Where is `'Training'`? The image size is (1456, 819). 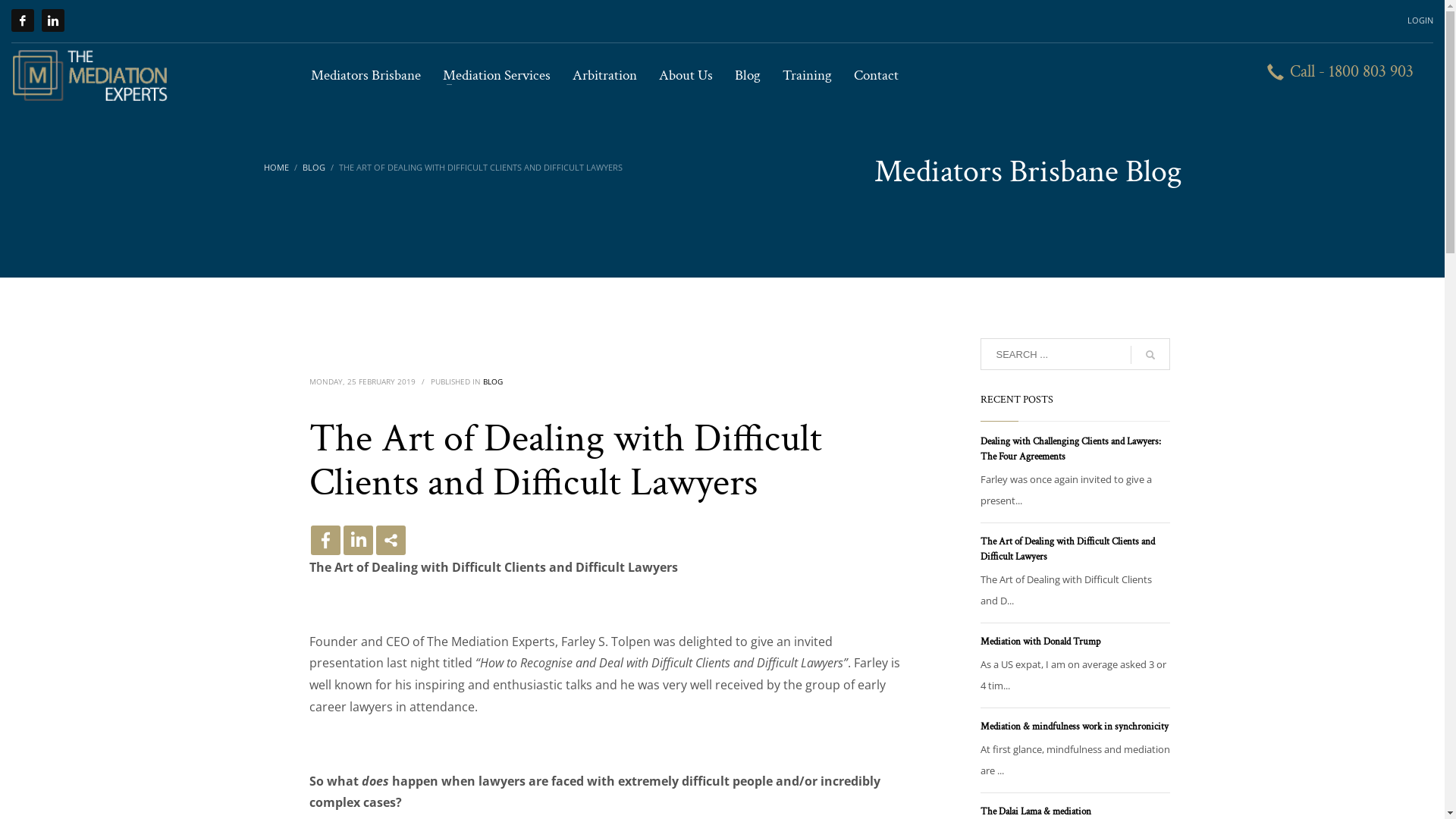
'Training' is located at coordinates (773, 76).